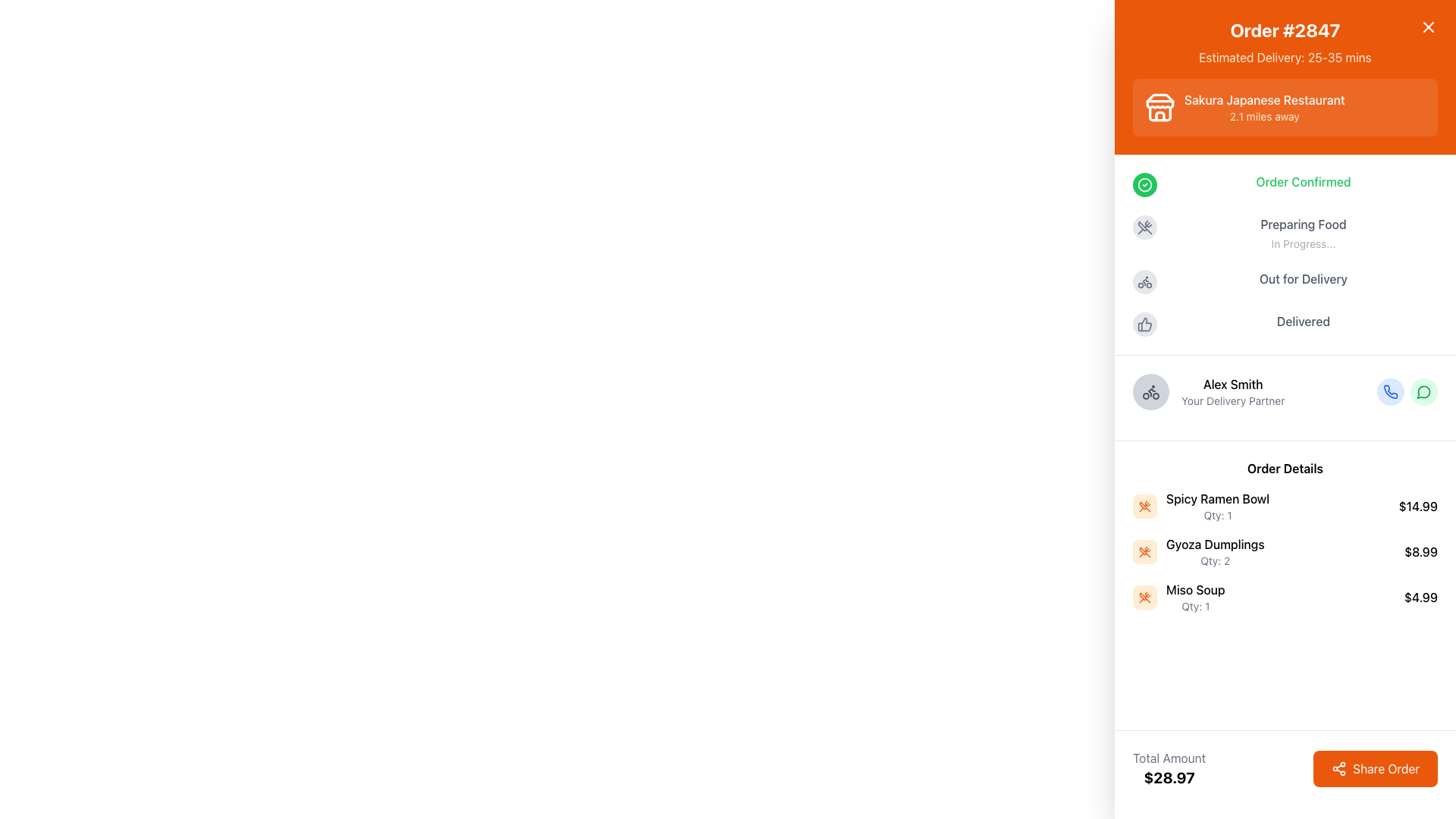 The width and height of the screenshot is (1456, 819). Describe the element at coordinates (1284, 30) in the screenshot. I see `the static text label that displays the order number, located in the top section of the right-side panel, just below the close button and above the 'Estimated Delivery' text` at that location.